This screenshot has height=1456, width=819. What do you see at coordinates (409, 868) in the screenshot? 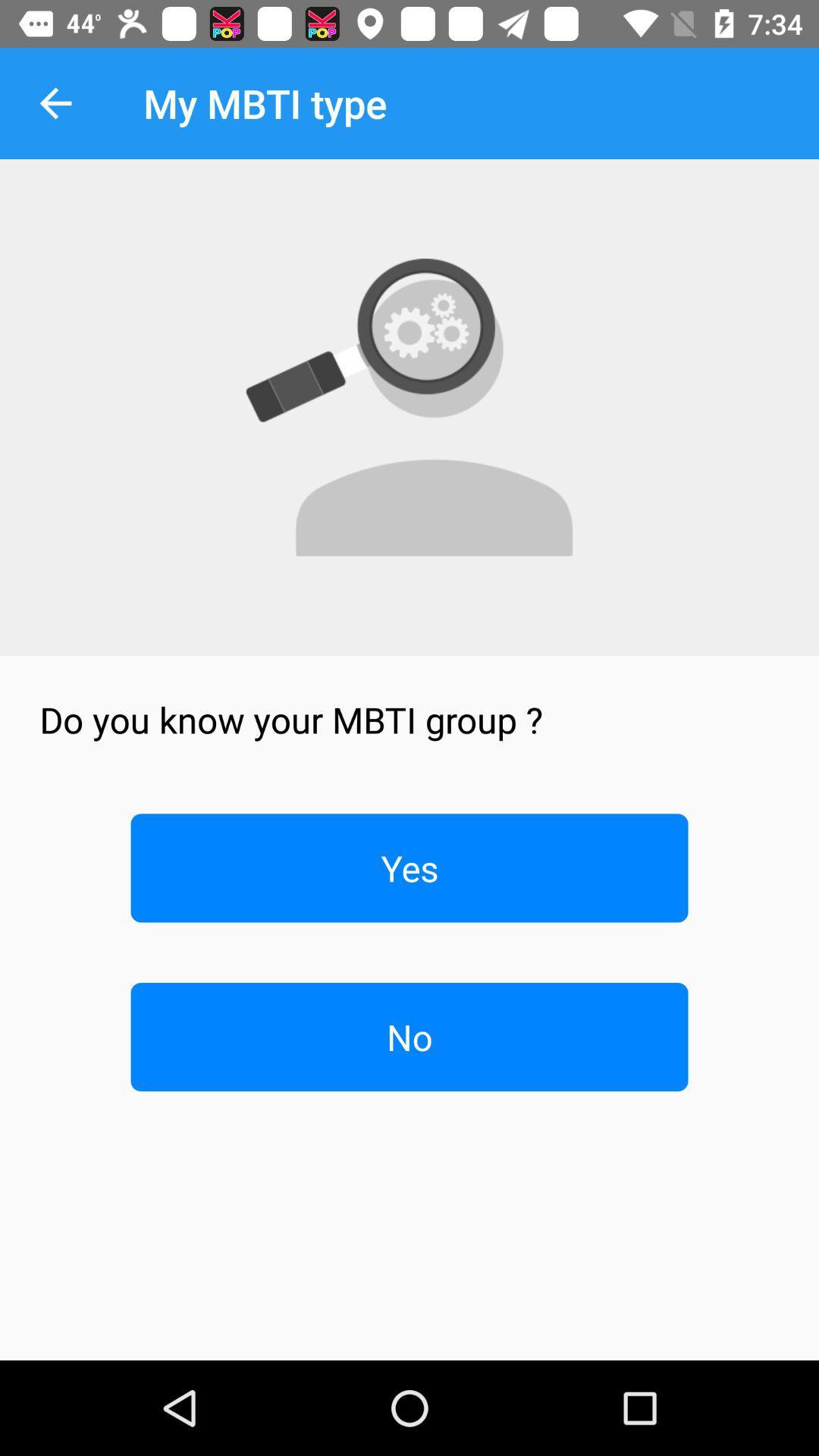
I see `yes item` at bounding box center [409, 868].